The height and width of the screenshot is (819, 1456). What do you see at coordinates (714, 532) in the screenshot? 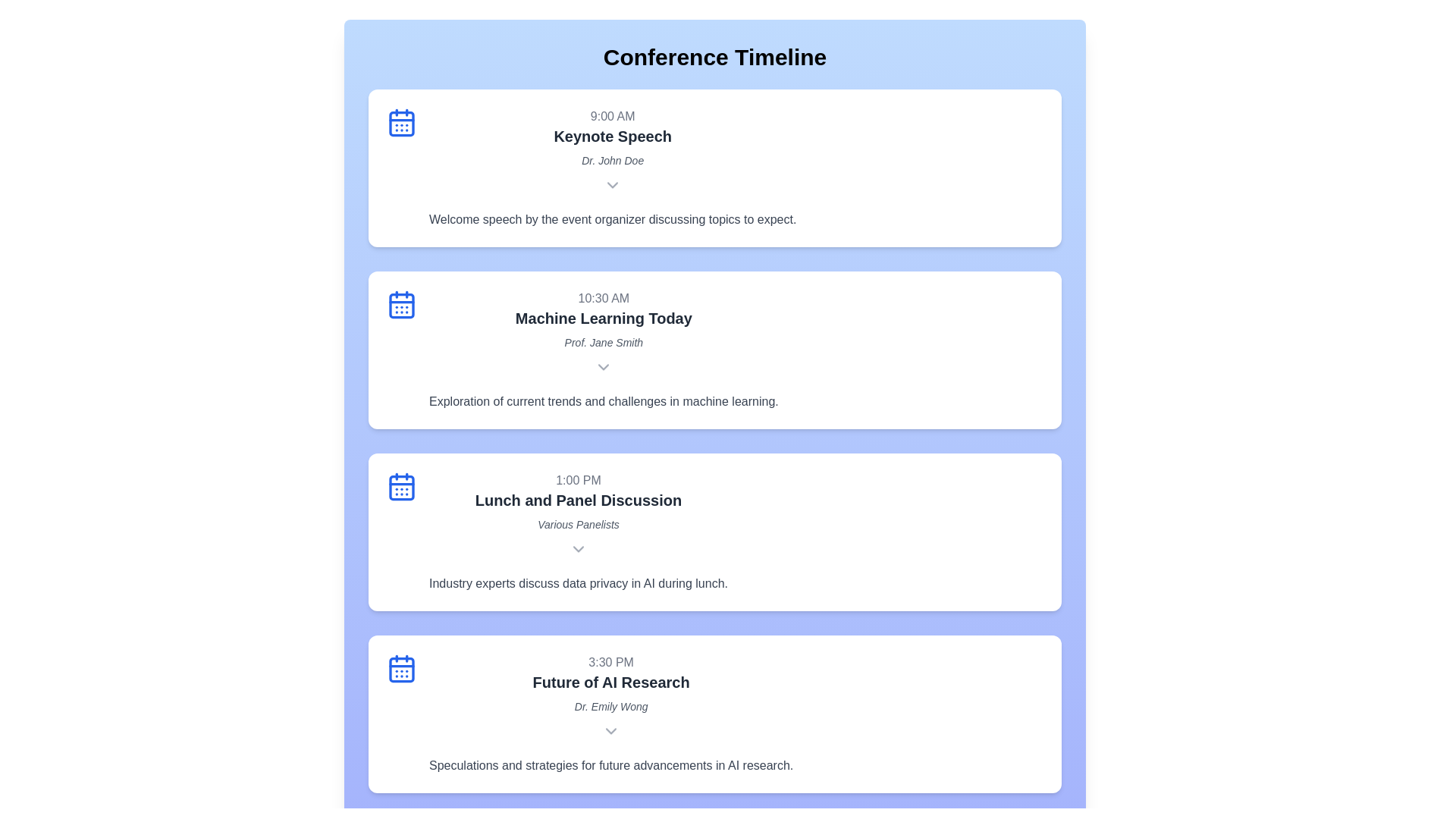
I see `the third card in the vertical list representing the agenda item 'Lunch and Panel Discussion' in the 'Conference Timeline' to trigger its effects` at bounding box center [714, 532].